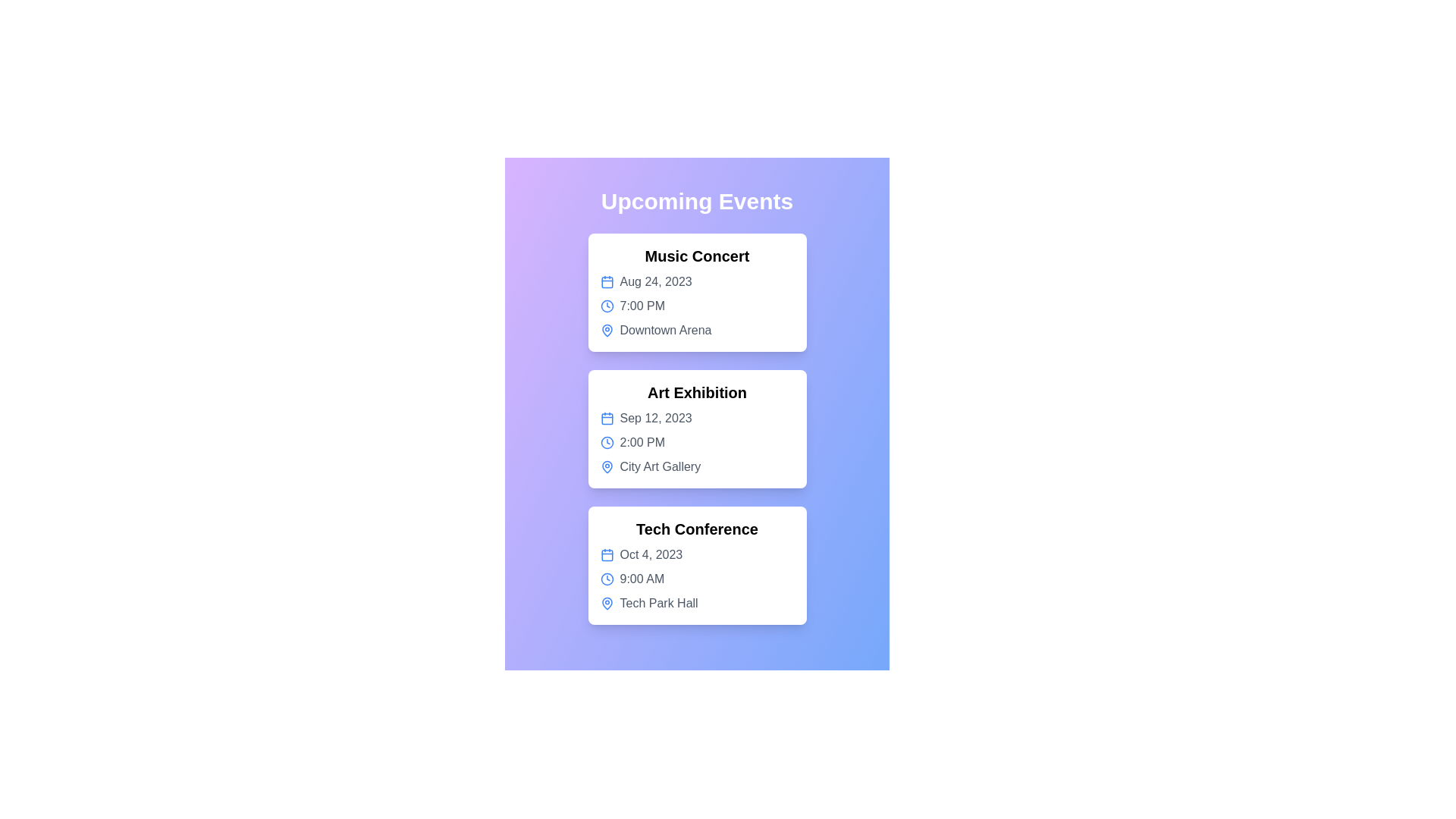 Image resolution: width=1456 pixels, height=819 pixels. What do you see at coordinates (696, 602) in the screenshot?
I see `the icon associated with the venue or location of the 'Tech Conference' event, located at the bottom of the card` at bounding box center [696, 602].